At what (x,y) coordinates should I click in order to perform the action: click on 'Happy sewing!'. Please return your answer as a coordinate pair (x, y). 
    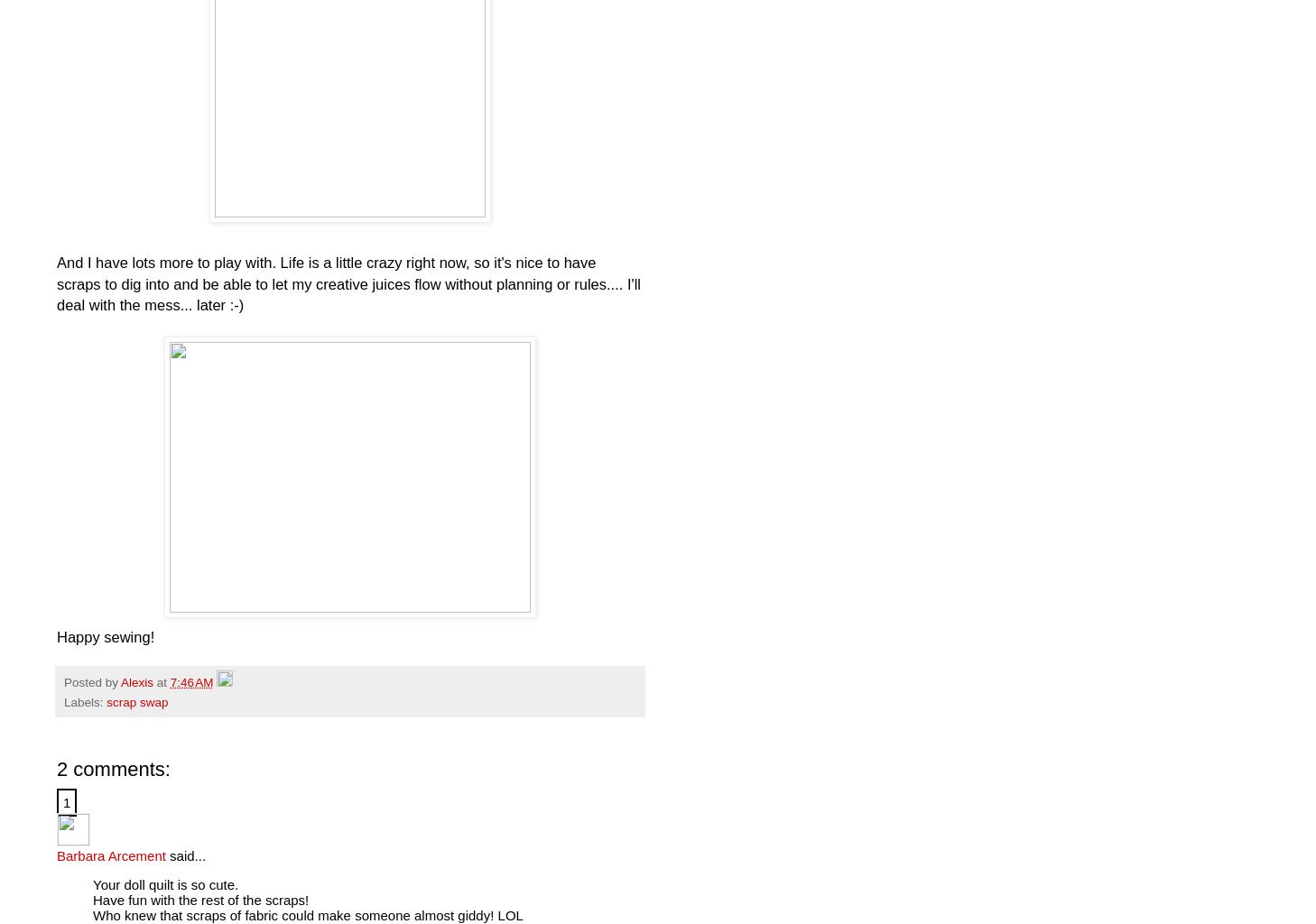
    Looking at the image, I should click on (104, 636).